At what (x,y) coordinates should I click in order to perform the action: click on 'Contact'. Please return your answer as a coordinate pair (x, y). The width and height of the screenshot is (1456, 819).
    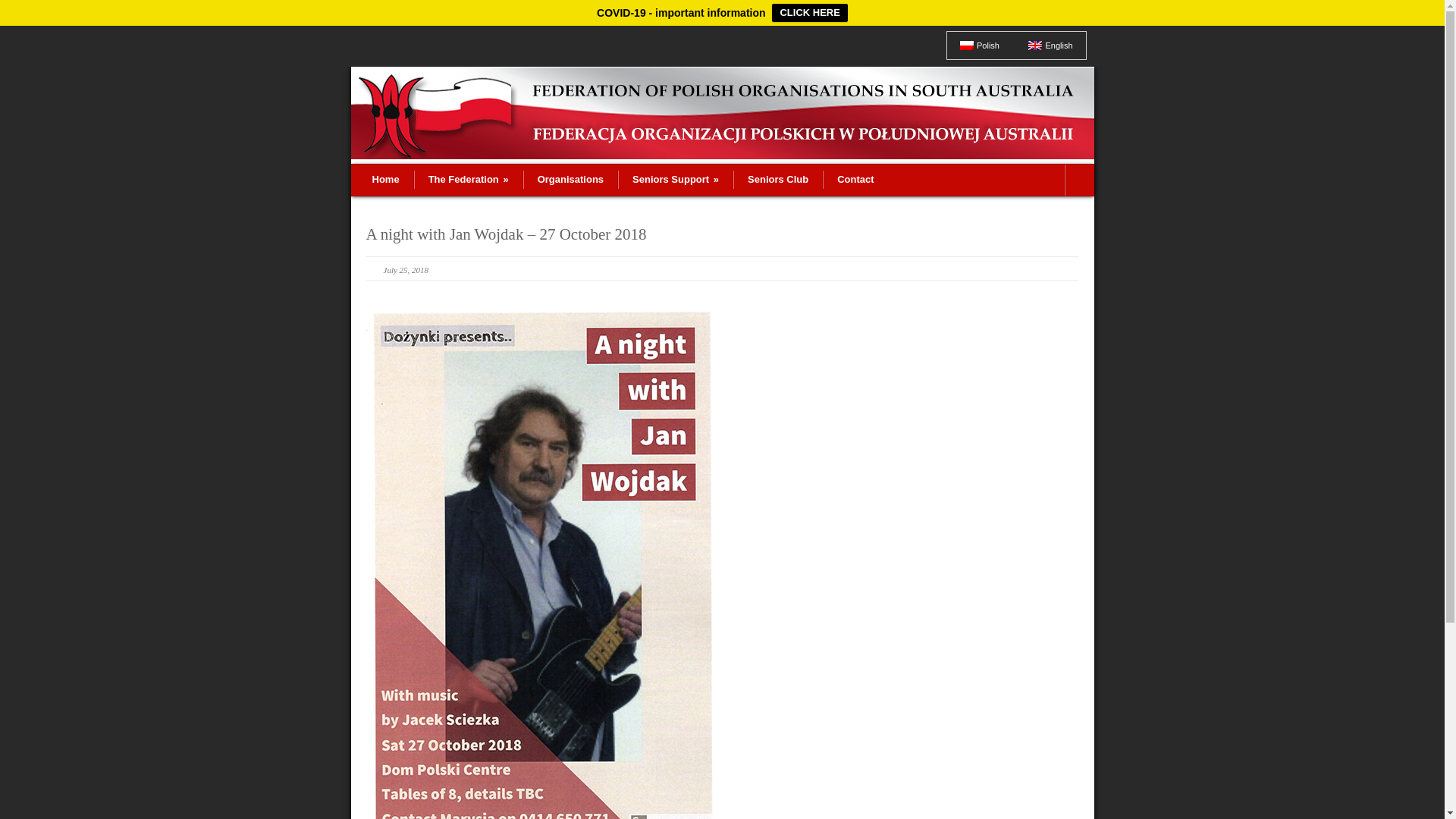
    Looking at the image, I should click on (855, 178).